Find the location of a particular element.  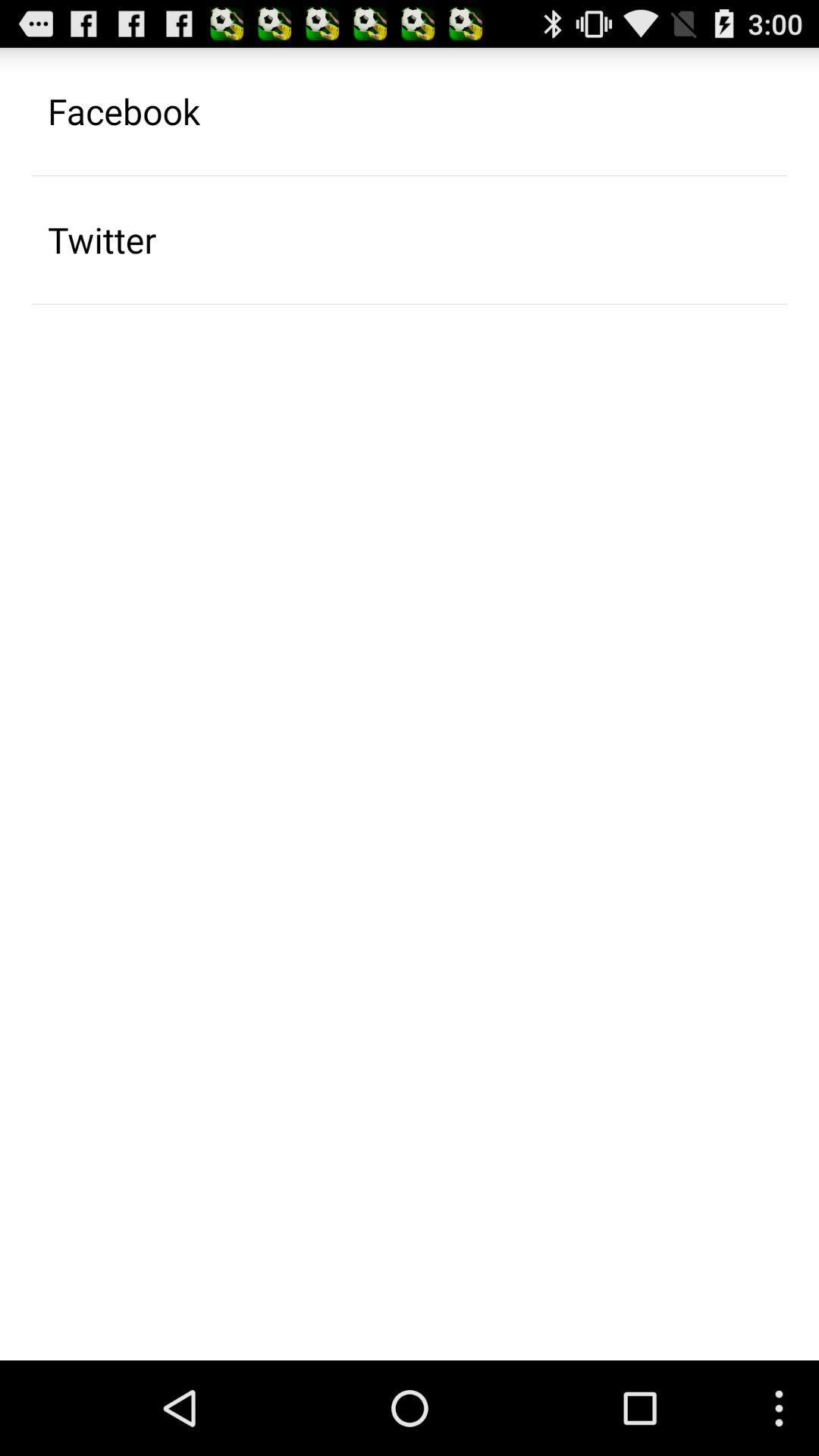

the facebook icon is located at coordinates (123, 110).